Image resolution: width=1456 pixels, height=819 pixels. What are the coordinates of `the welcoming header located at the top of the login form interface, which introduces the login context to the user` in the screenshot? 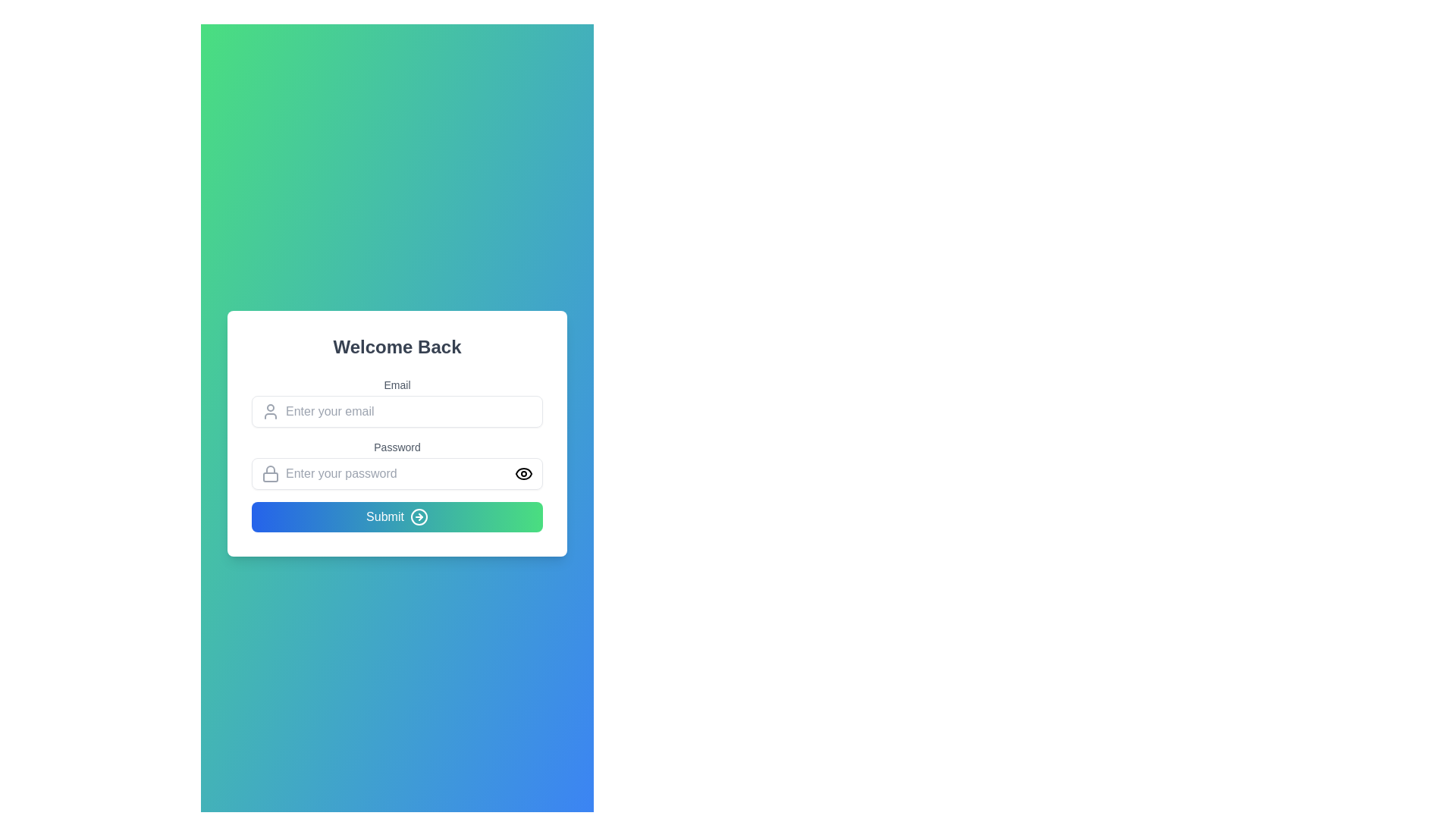 It's located at (397, 347).